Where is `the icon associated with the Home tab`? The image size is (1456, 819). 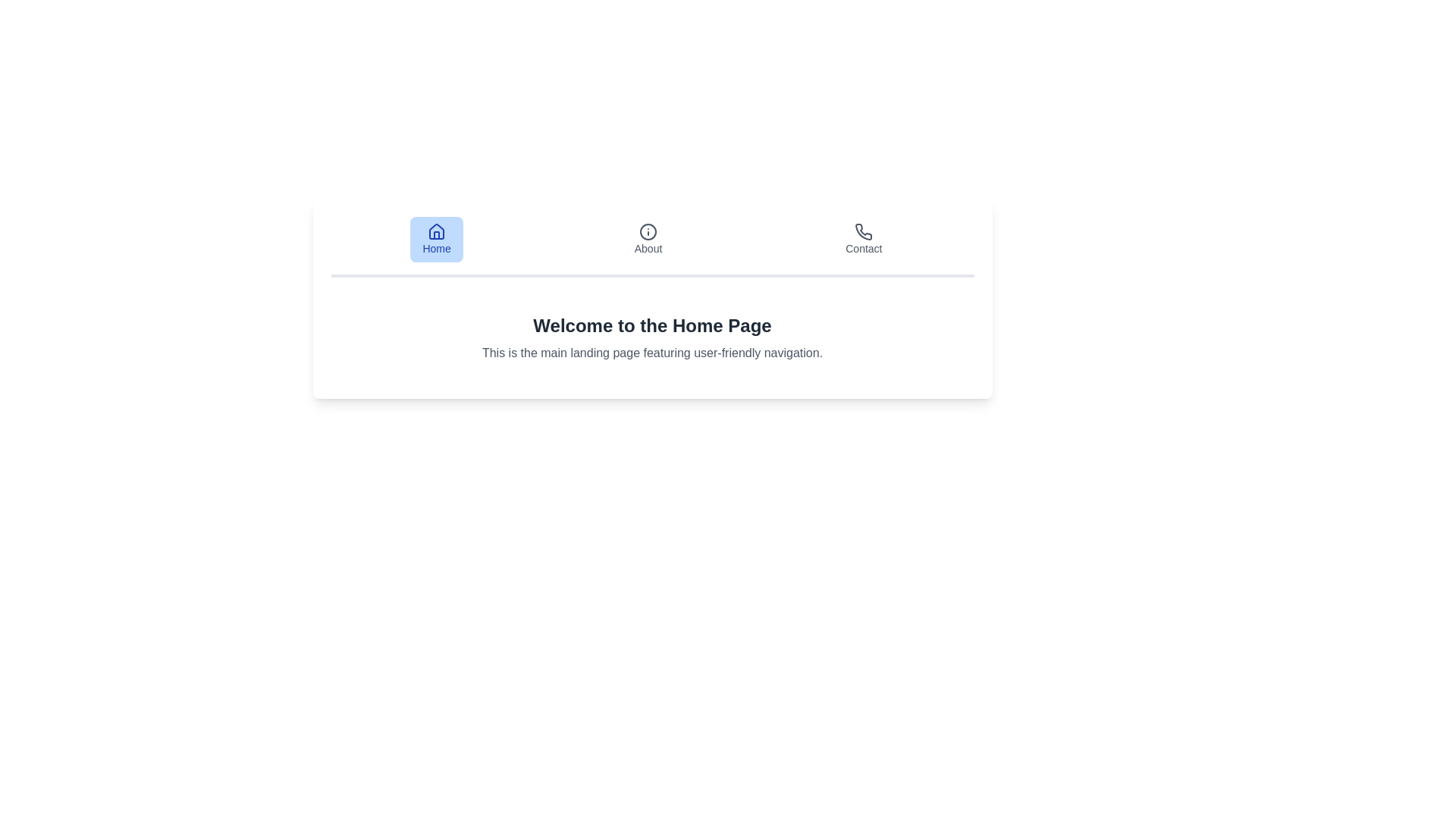
the icon associated with the Home tab is located at coordinates (436, 231).